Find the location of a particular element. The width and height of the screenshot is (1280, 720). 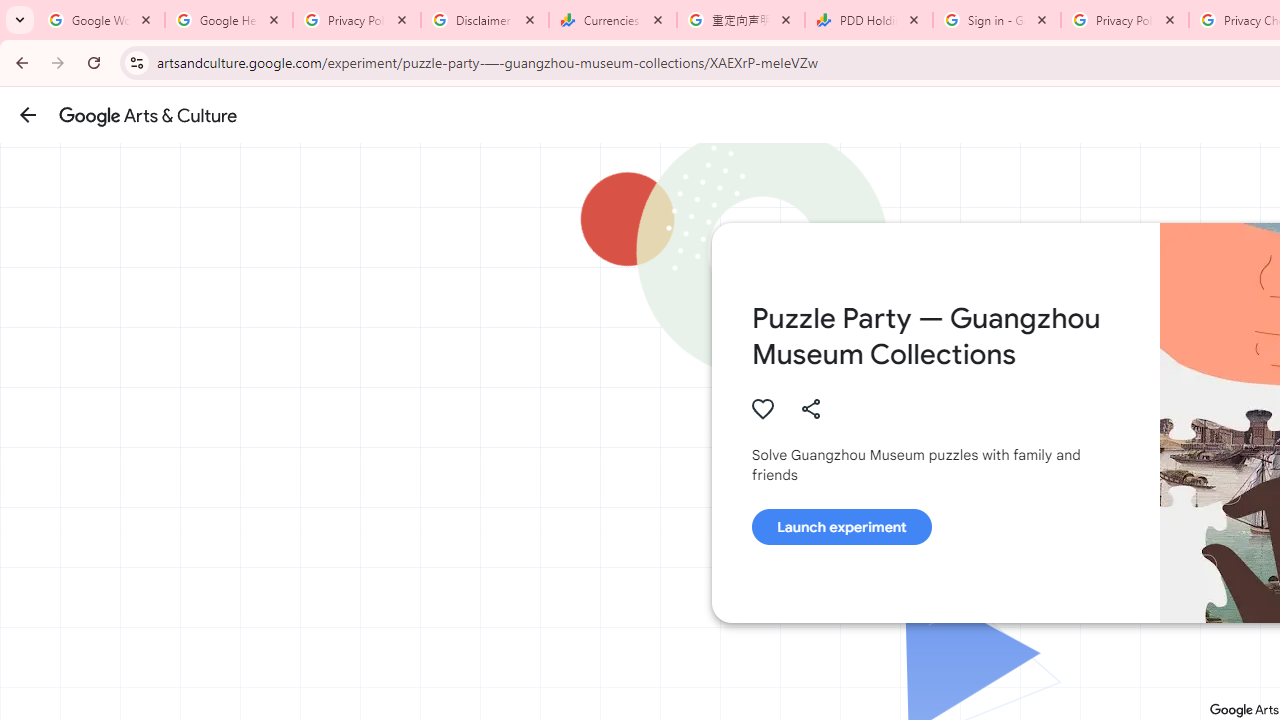

'Google Arts & Culture' is located at coordinates (147, 115).